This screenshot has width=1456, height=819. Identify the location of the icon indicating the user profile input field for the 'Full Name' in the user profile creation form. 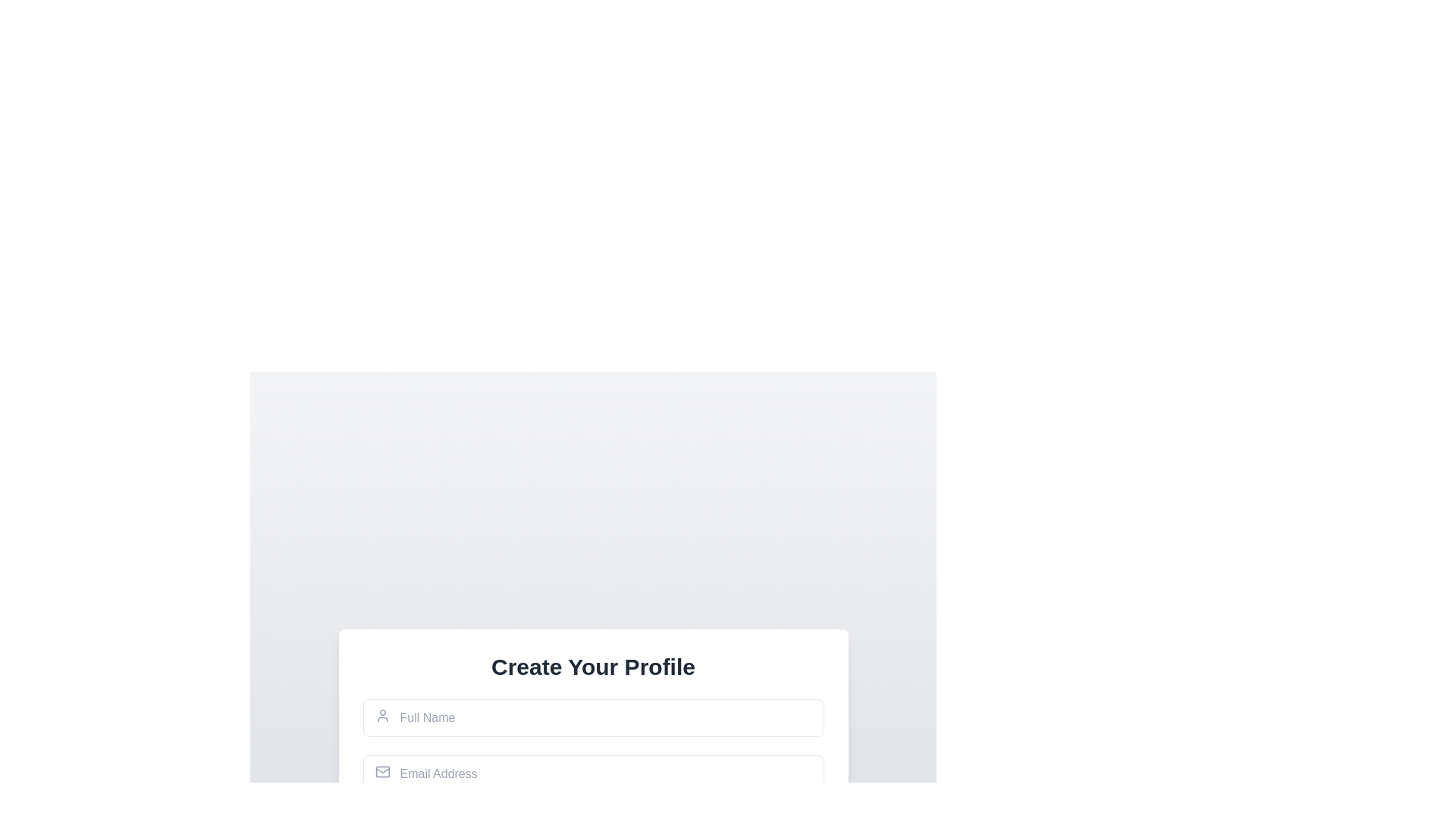
(382, 716).